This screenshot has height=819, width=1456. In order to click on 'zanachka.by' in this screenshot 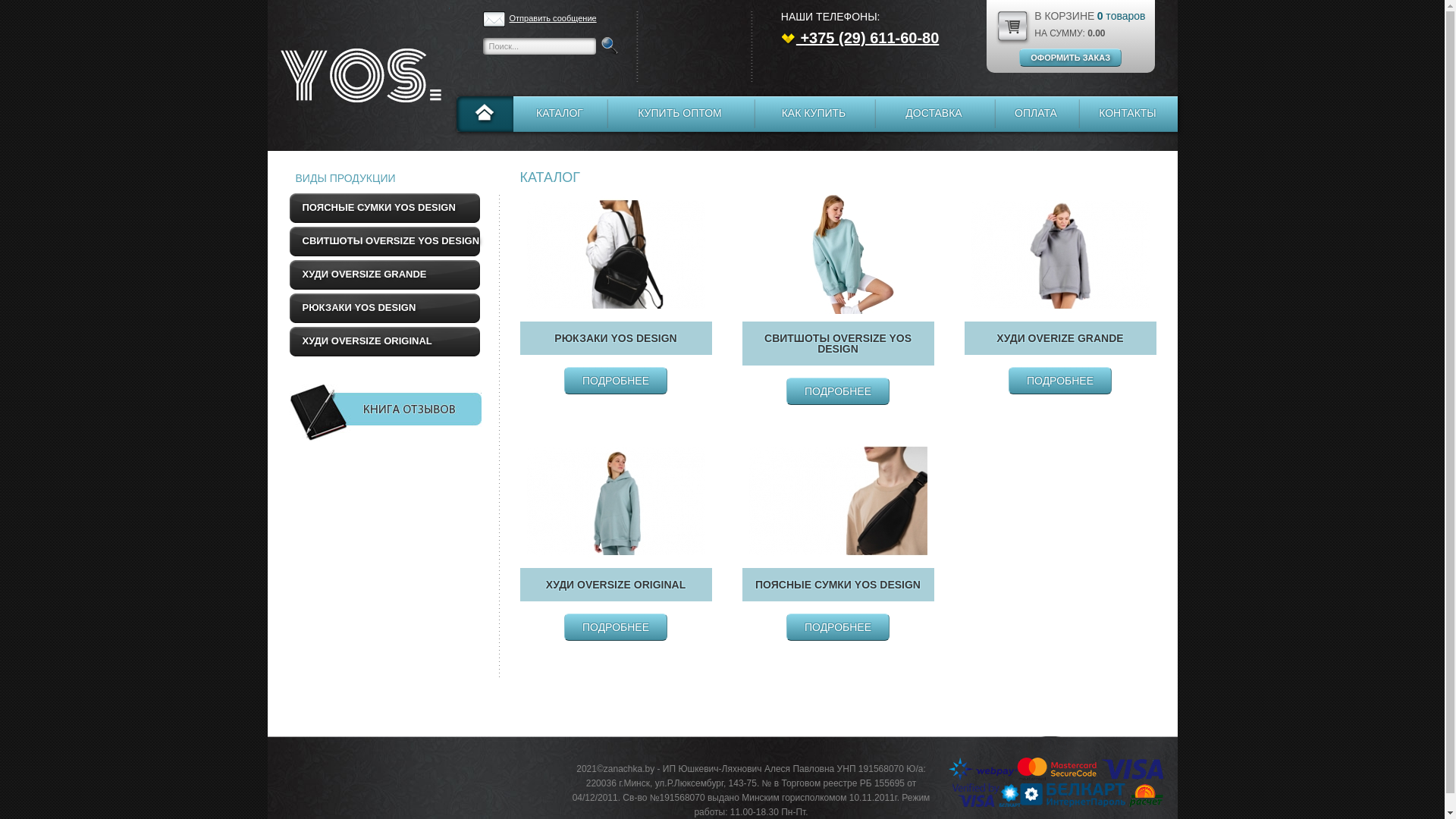, I will do `click(266, 75)`.